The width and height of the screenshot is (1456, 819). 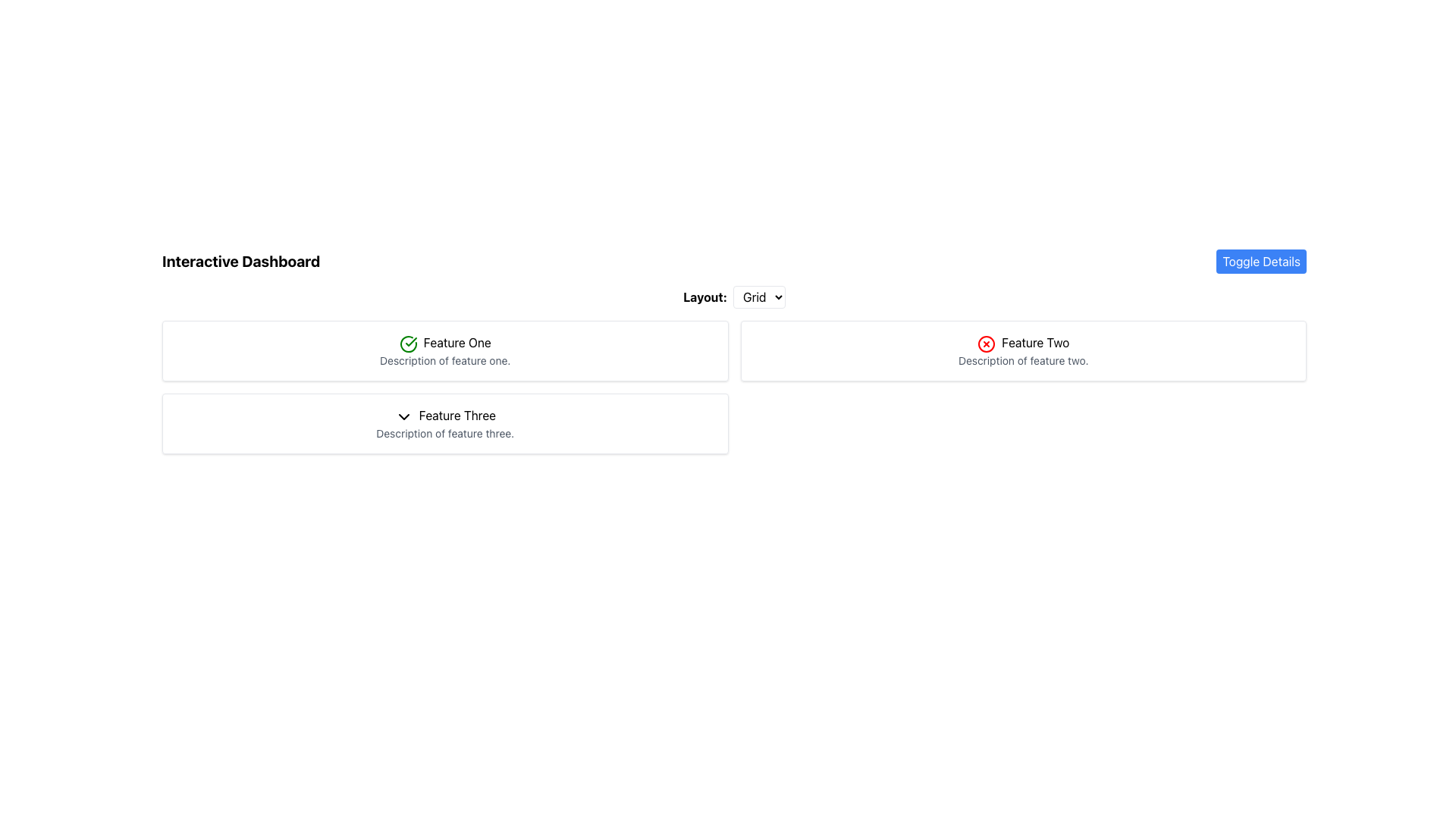 What do you see at coordinates (403, 416) in the screenshot?
I see `the interactive toggle icon located in the 'Feature Three' block, next to the heading 'Feature Three'` at bounding box center [403, 416].